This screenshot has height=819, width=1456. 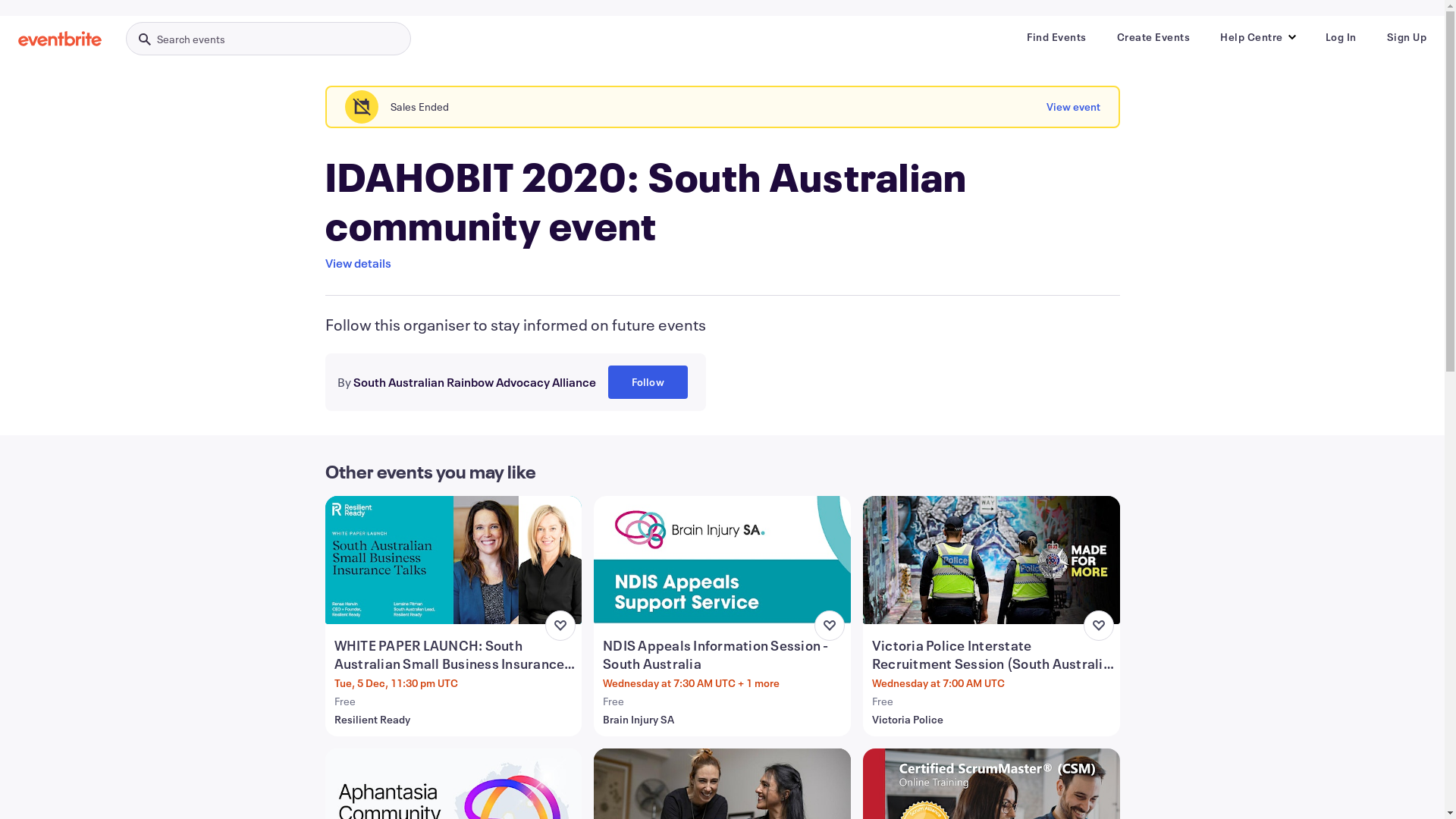 I want to click on 'Find Events', so click(x=1015, y=36).